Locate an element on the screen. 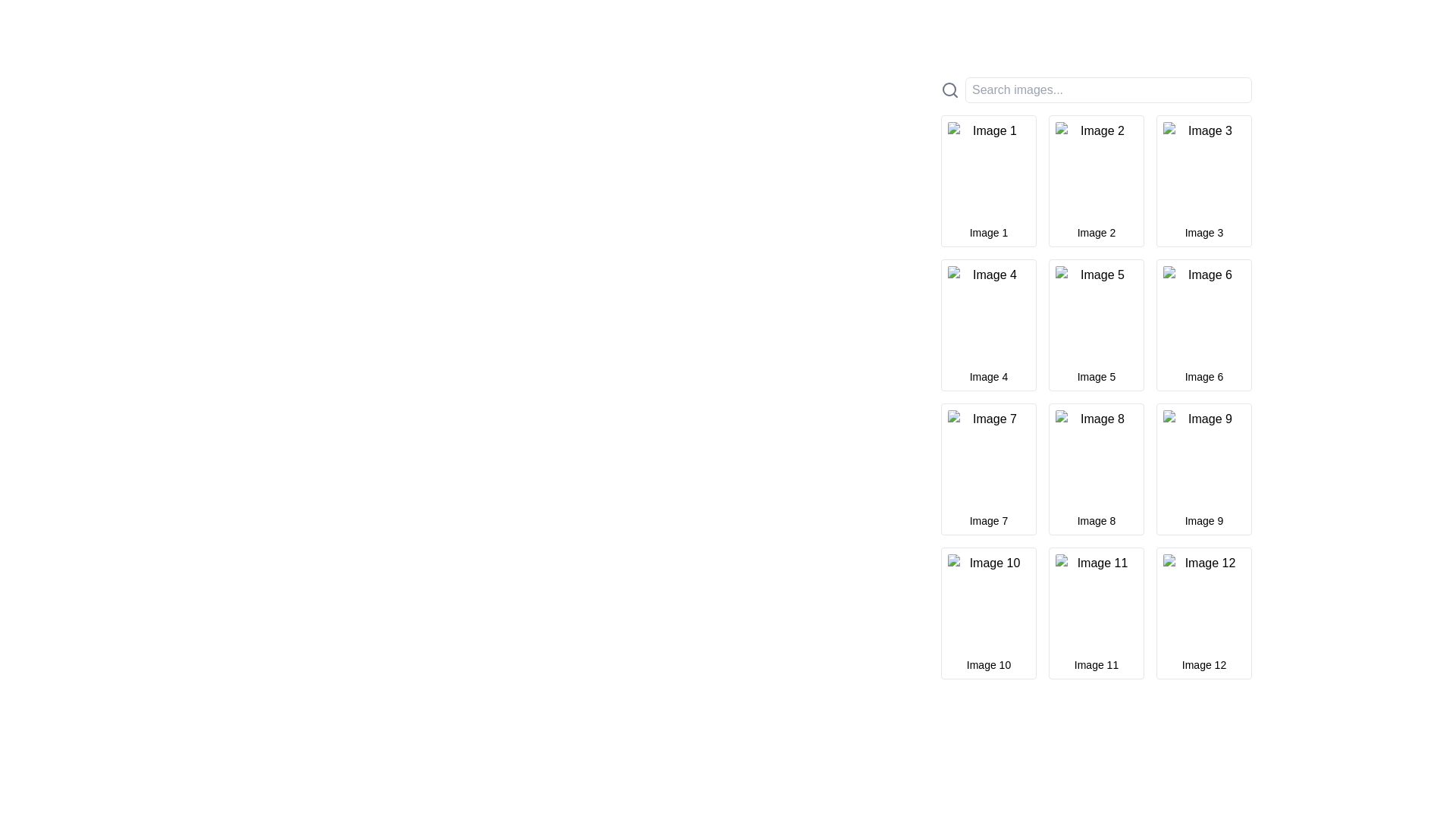 Image resolution: width=1456 pixels, height=819 pixels. the text label displaying 'Image 6', which is located below the corresponding thumbnail image in the sixth column of the grid layout is located at coordinates (1203, 376).